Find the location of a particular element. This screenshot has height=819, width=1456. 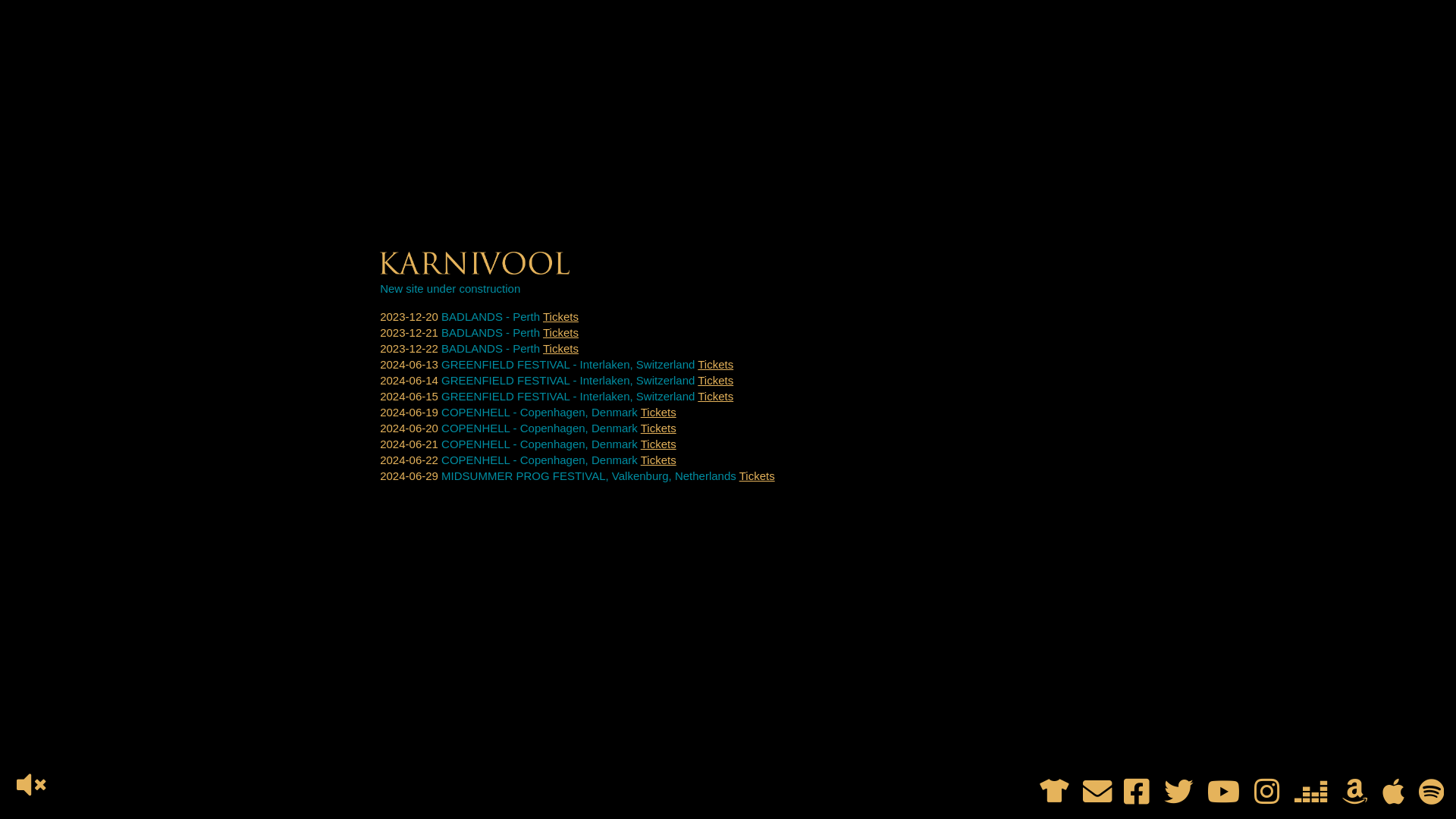

'Tickets' is located at coordinates (560, 331).